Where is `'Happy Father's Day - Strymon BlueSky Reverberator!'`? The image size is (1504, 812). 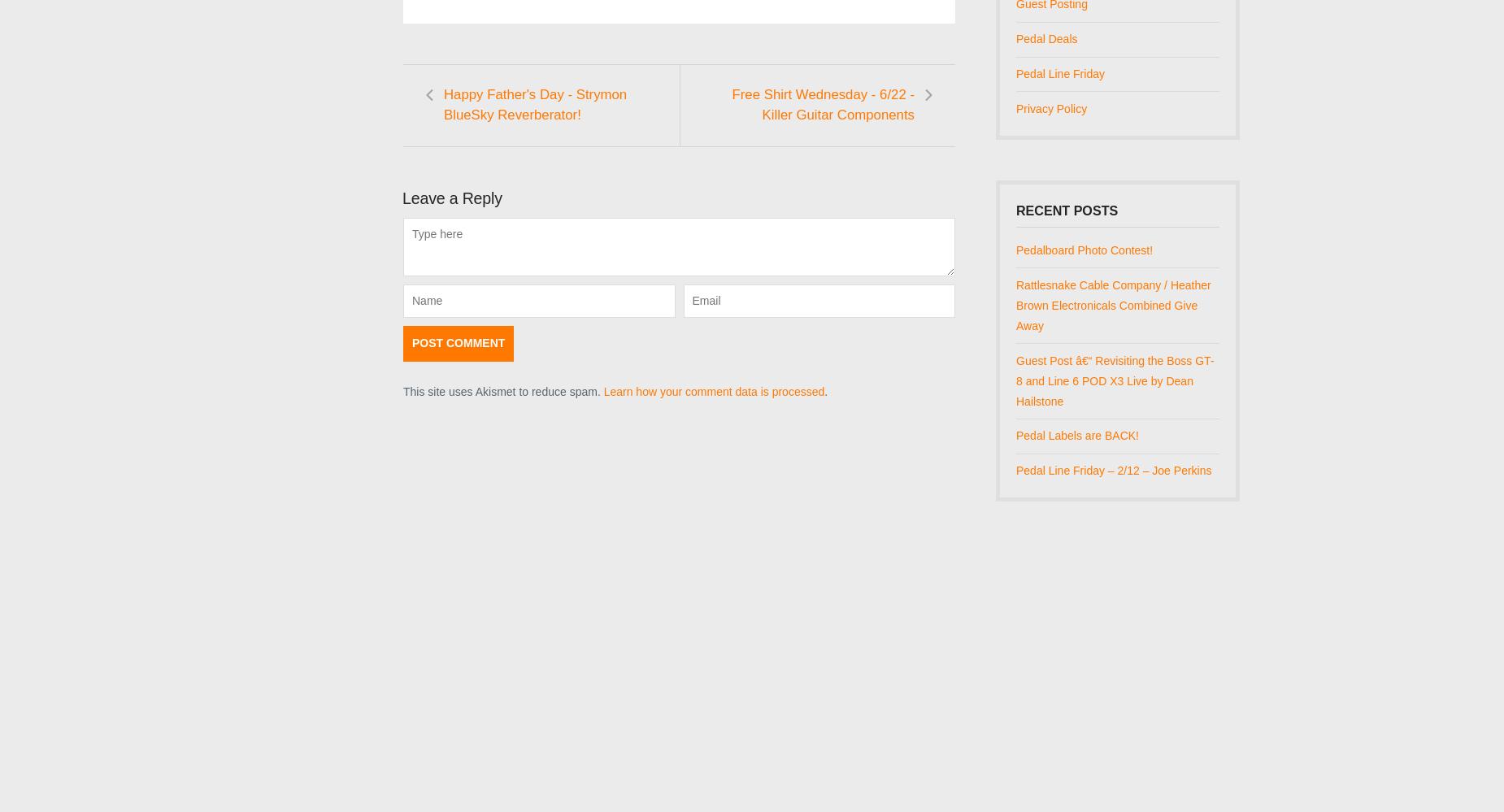
'Happy Father's Day - Strymon BlueSky Reverberator!' is located at coordinates (443, 103).